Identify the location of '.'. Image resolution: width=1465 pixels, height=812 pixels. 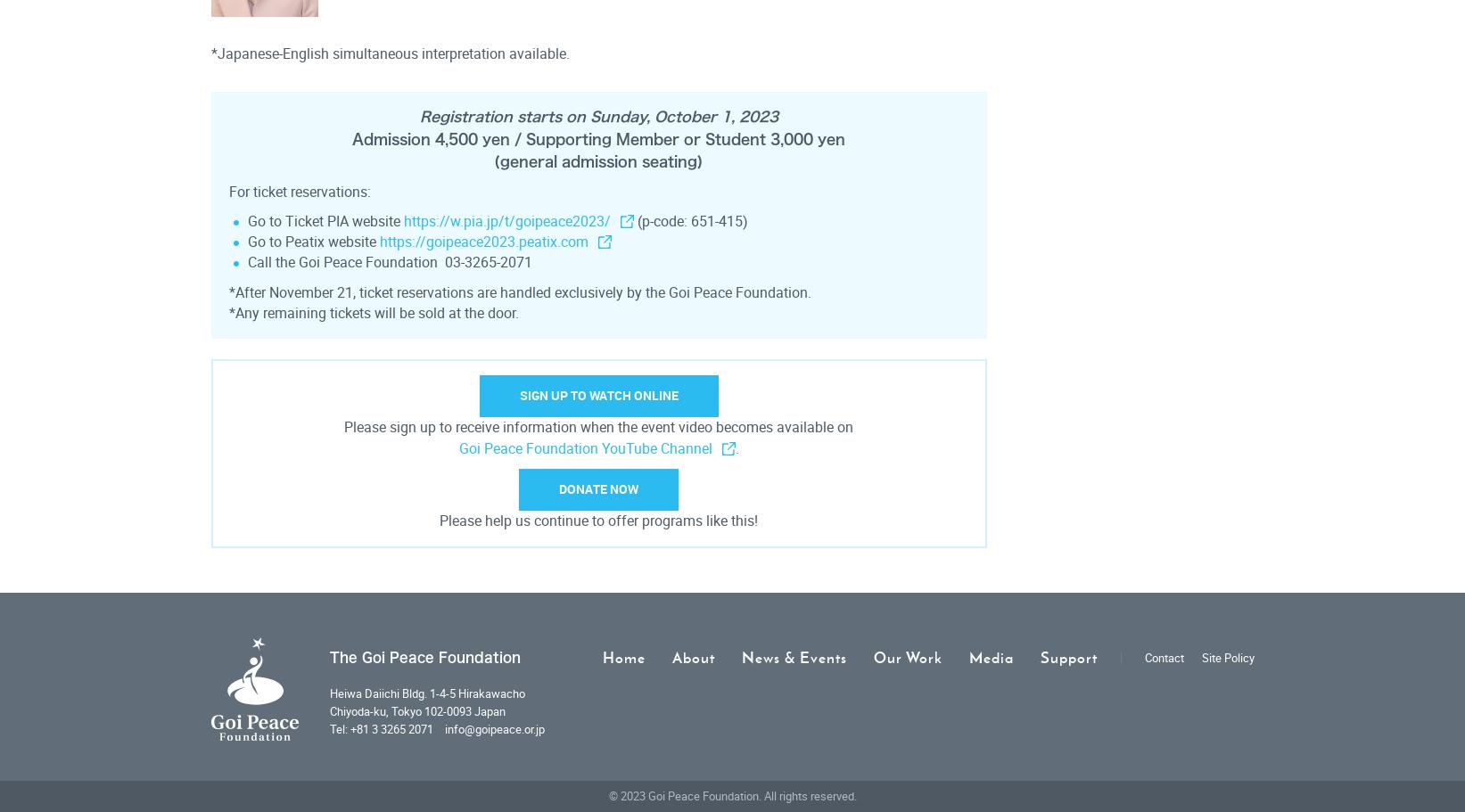
(735, 447).